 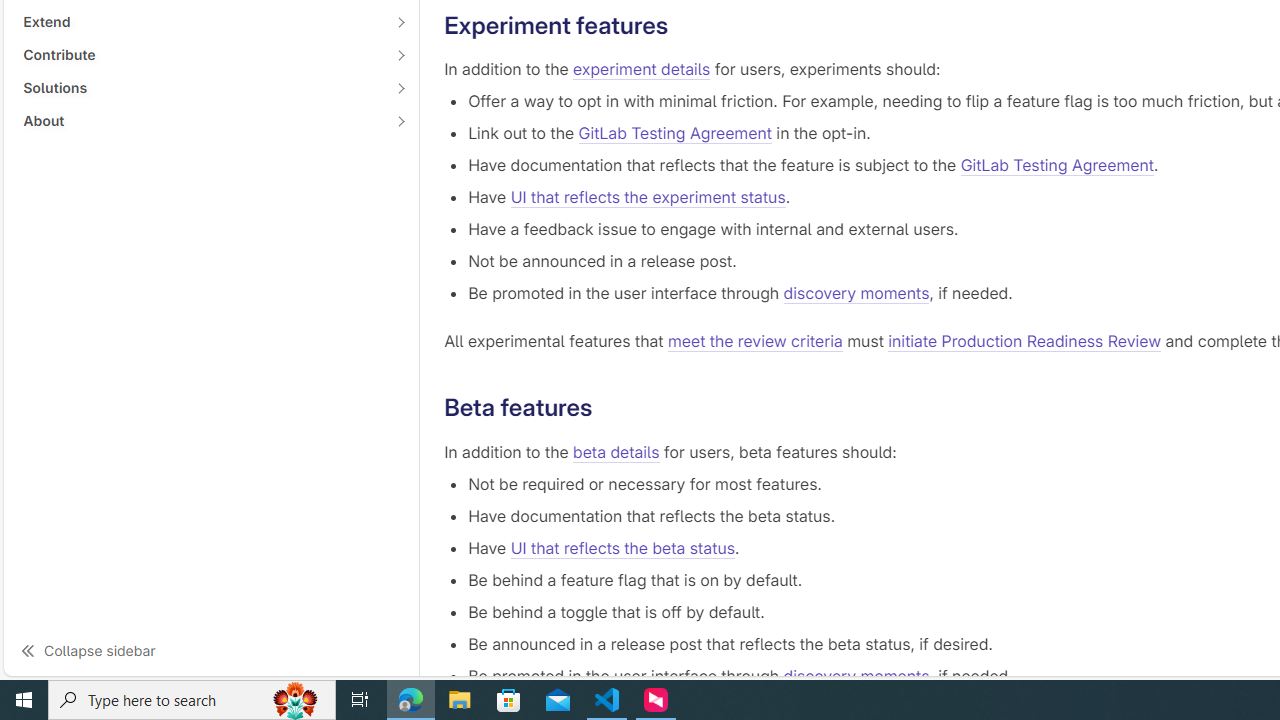 What do you see at coordinates (1025, 341) in the screenshot?
I see `'initiate Production Readiness Review'` at bounding box center [1025, 341].